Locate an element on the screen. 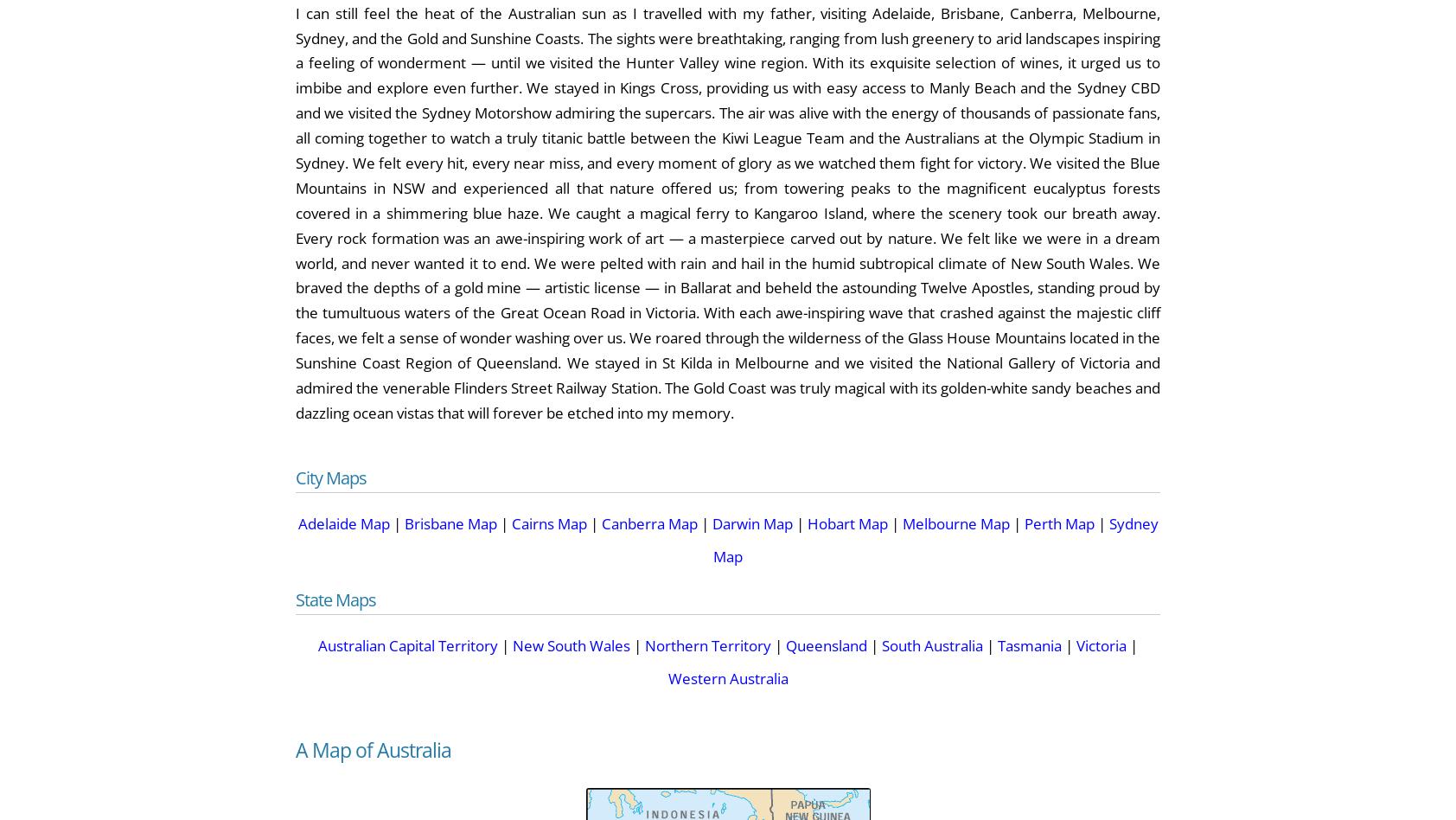  'Brisbane Map' is located at coordinates (449, 522).